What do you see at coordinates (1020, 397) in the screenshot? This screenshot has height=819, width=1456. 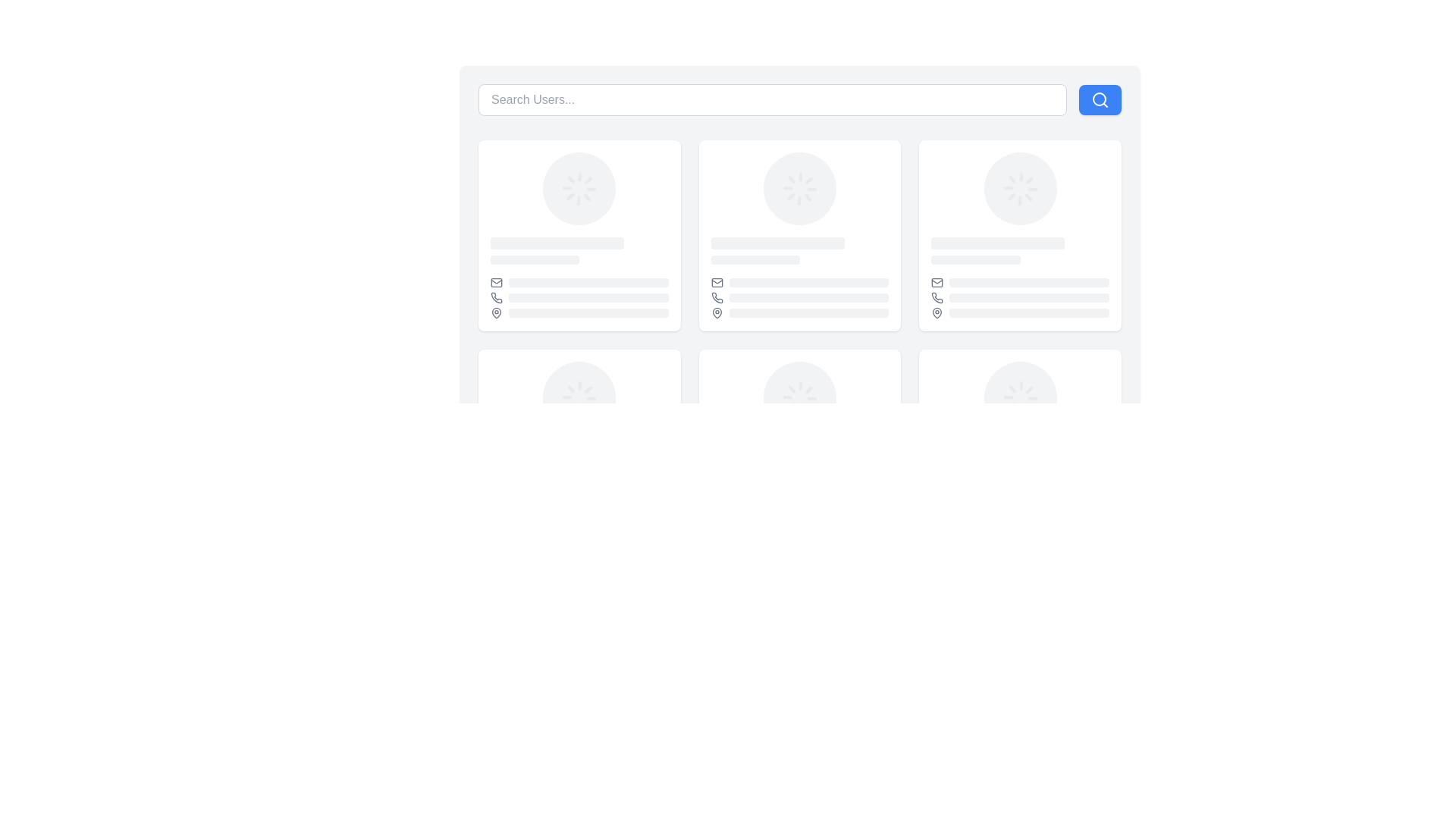 I see `the Loading Spinner element that indicates data is being loaded, positioned centrally beneath the main profile image placeholder` at bounding box center [1020, 397].